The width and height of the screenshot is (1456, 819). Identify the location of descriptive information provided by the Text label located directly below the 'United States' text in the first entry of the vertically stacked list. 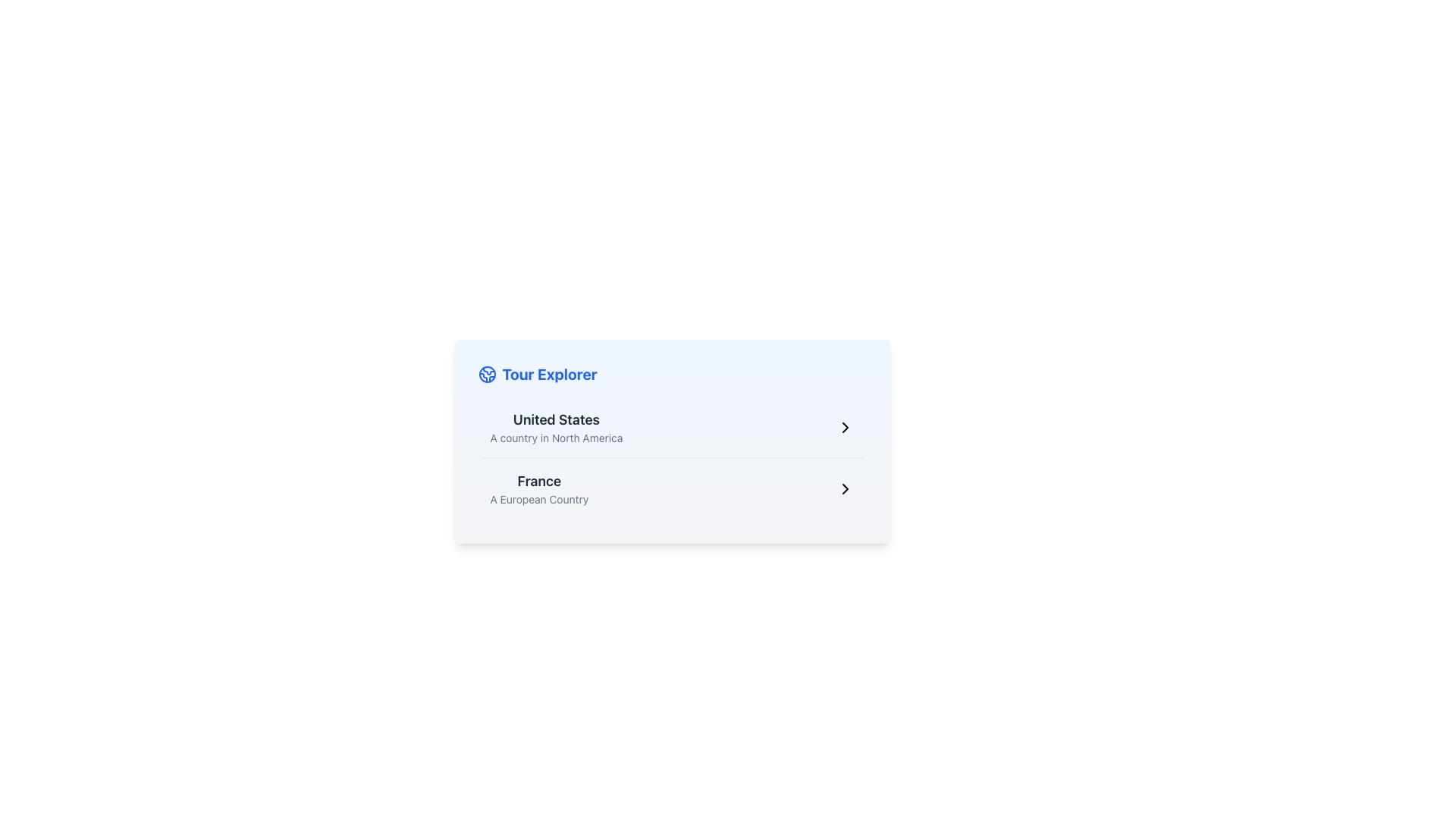
(556, 438).